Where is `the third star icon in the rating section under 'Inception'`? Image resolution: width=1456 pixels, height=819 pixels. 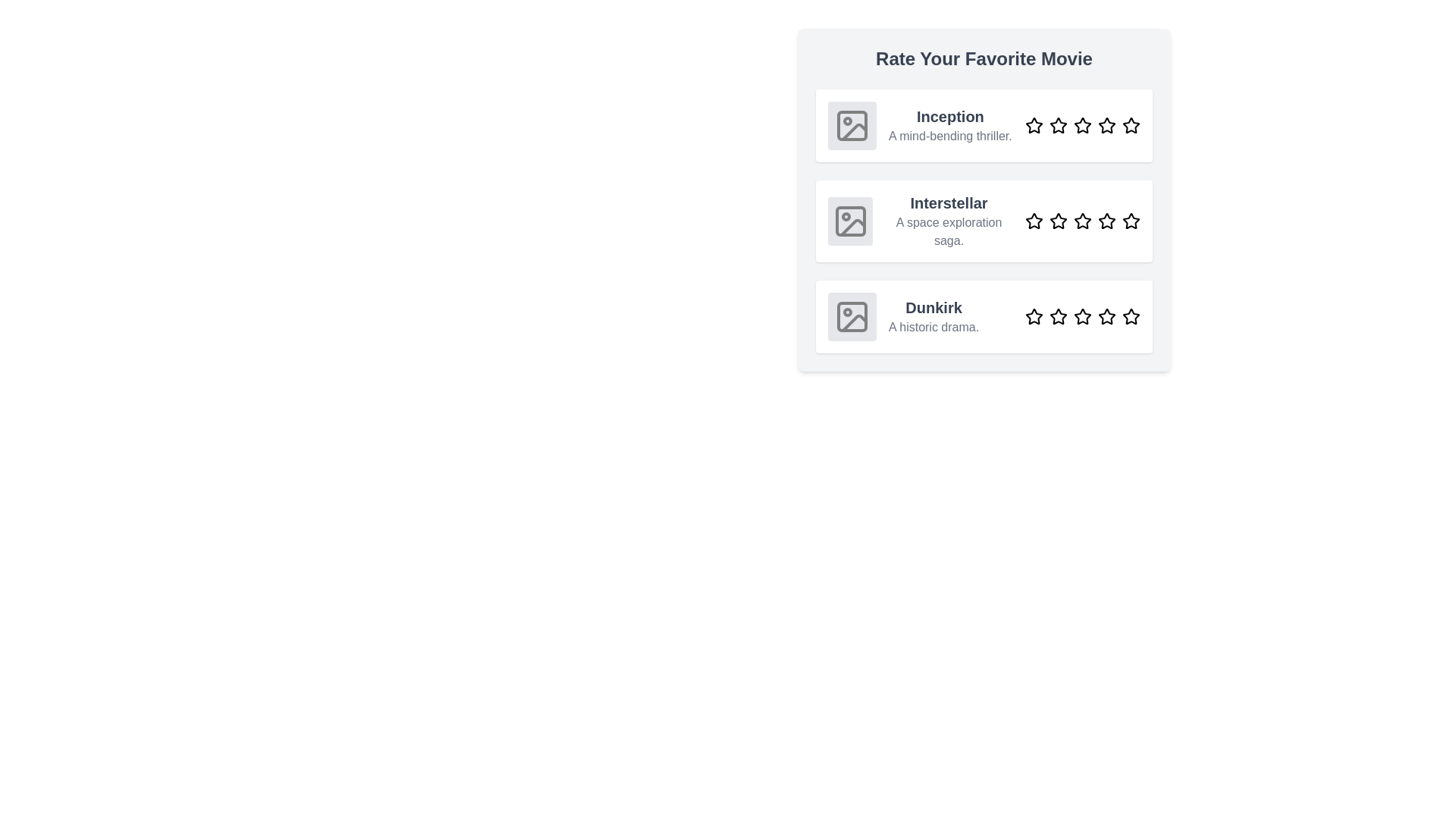
the third star icon in the rating section under 'Inception' is located at coordinates (1081, 124).